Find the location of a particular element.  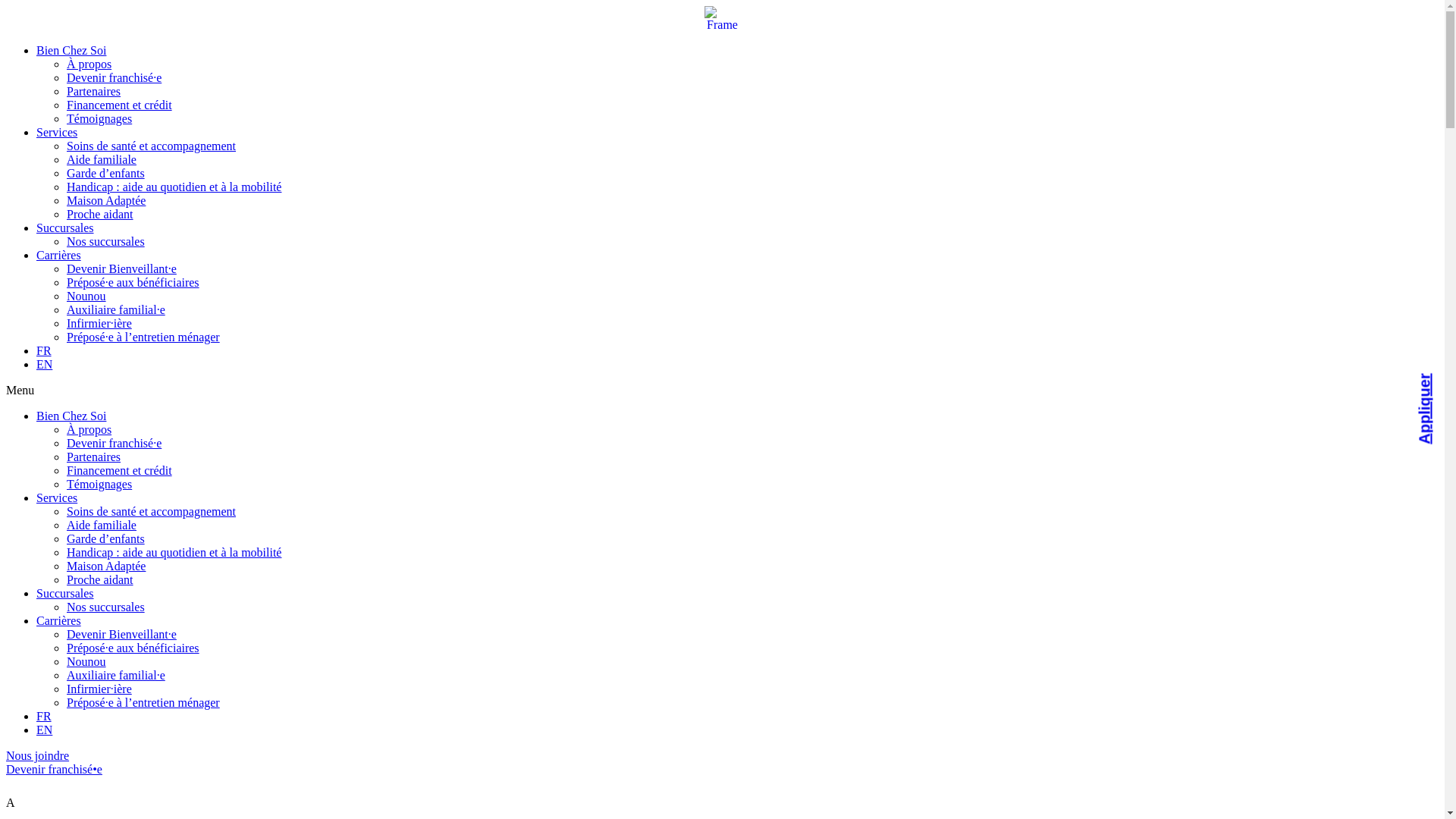

'Bien Chez Soi' is located at coordinates (71, 416).